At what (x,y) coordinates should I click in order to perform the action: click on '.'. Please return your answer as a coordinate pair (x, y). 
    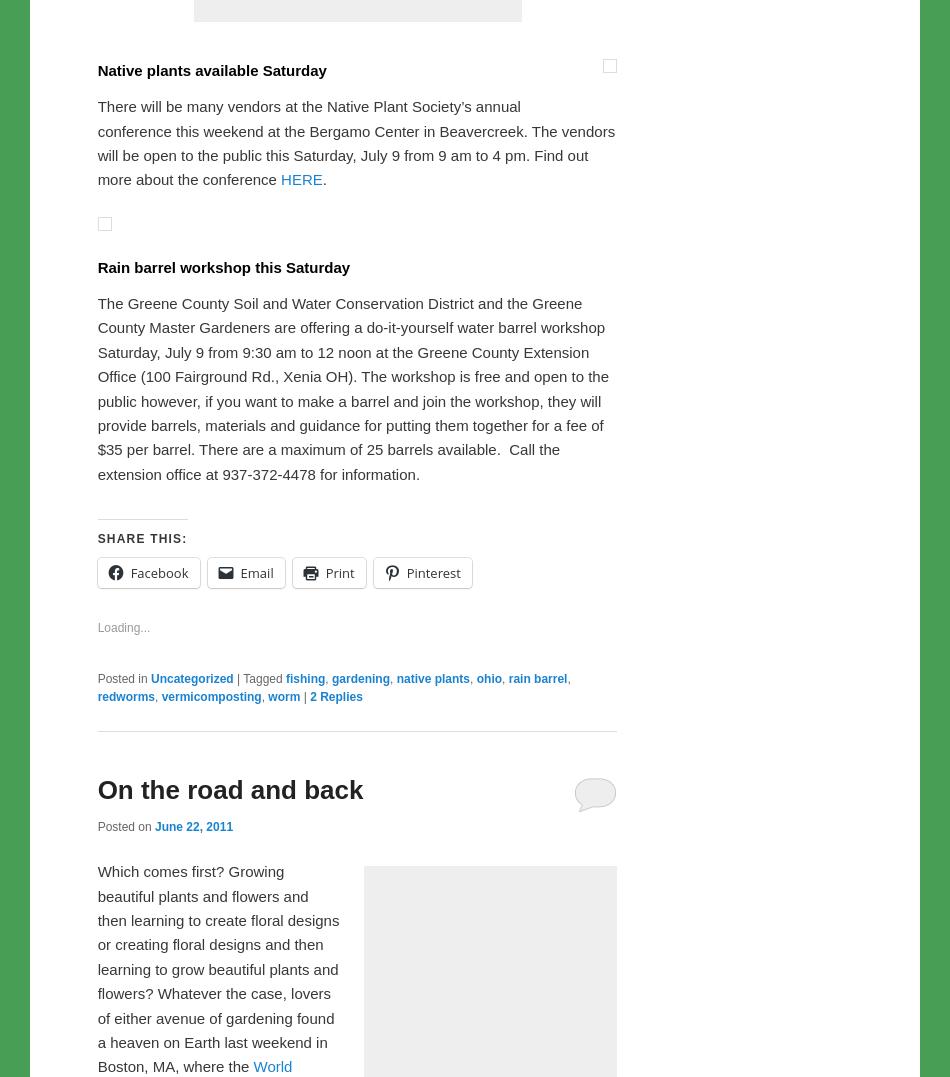
    Looking at the image, I should click on (320, 597).